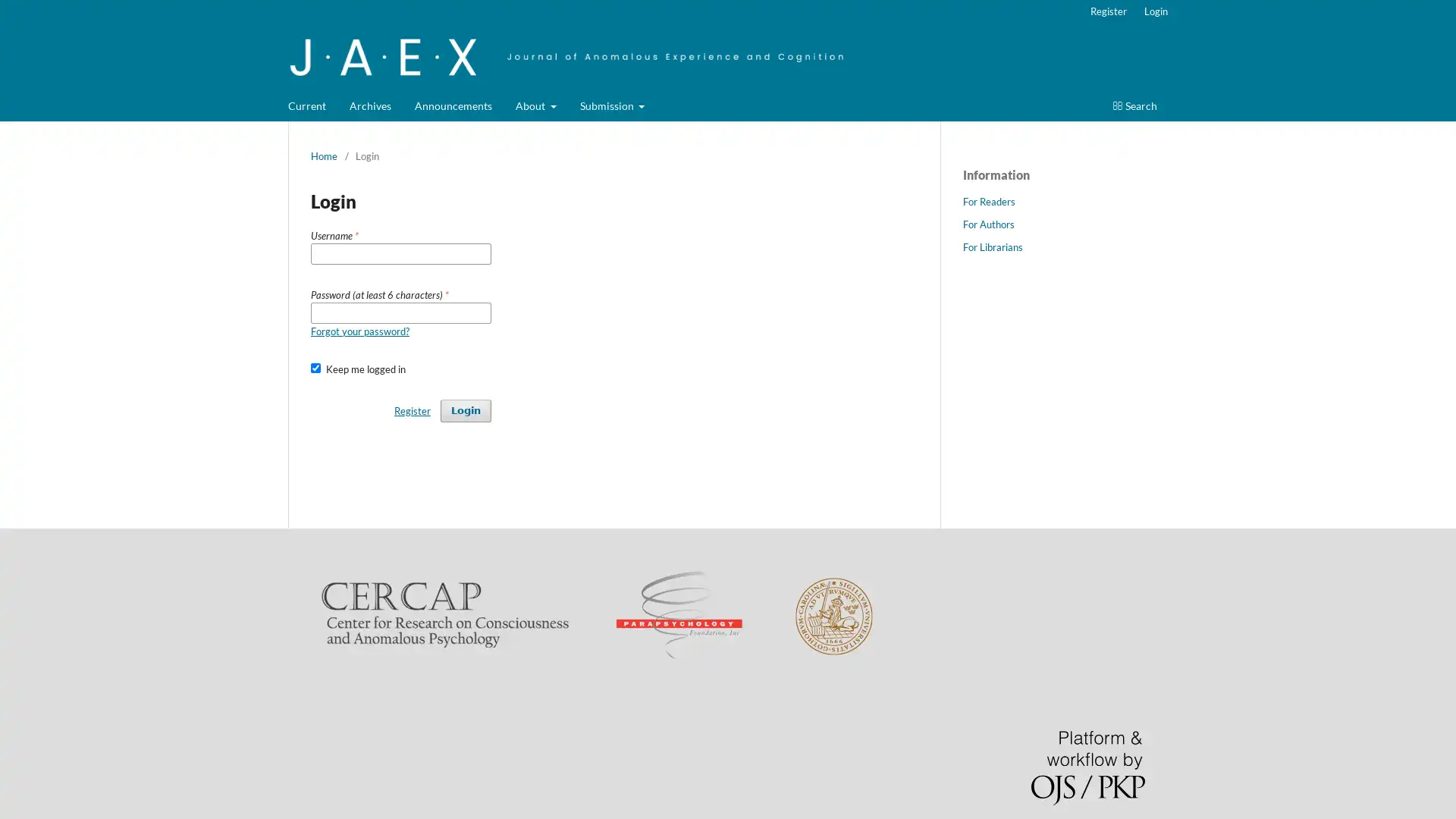 The image size is (1456, 819). What do you see at coordinates (465, 409) in the screenshot?
I see `Login` at bounding box center [465, 409].